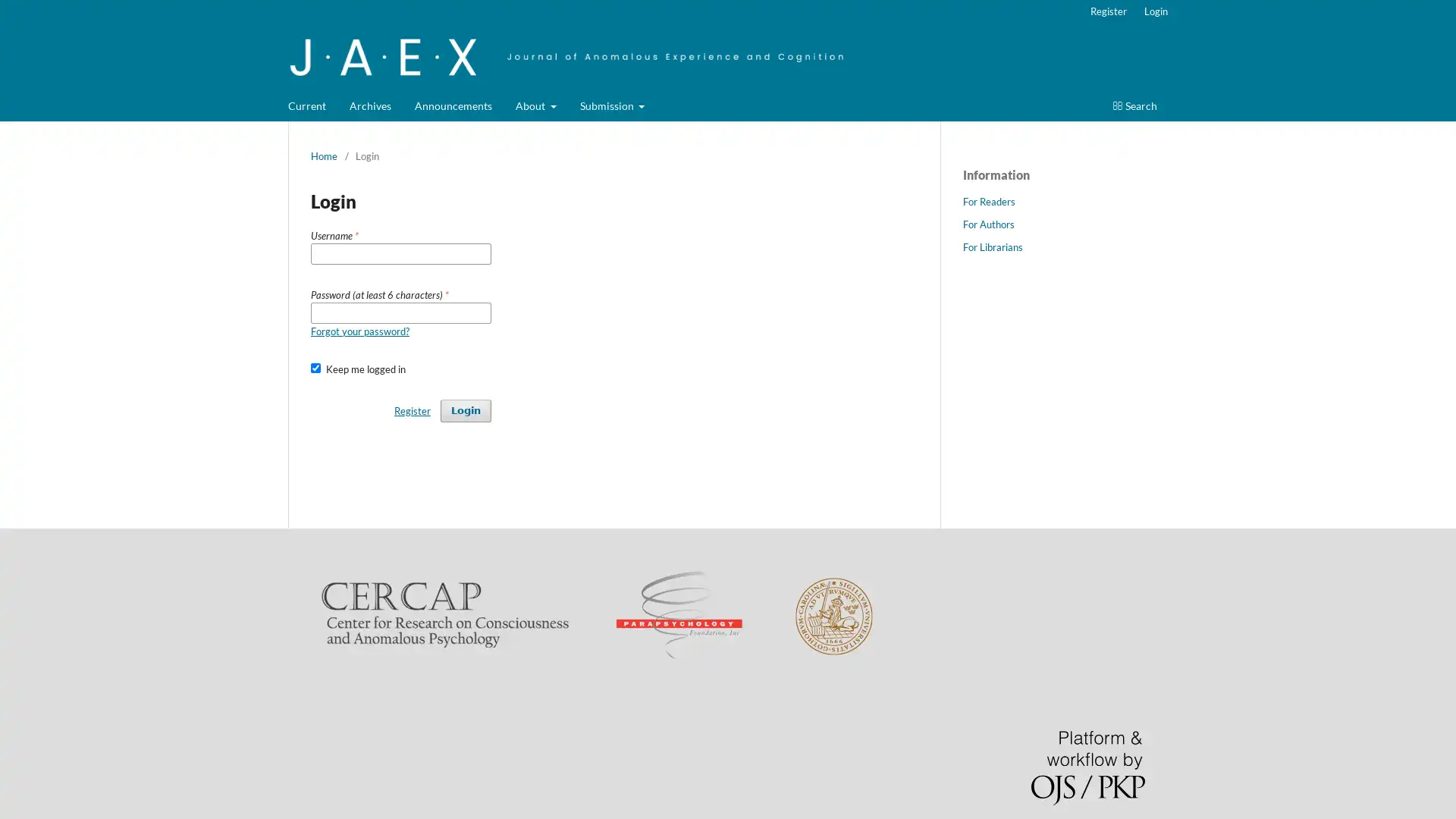 The image size is (1456, 819). What do you see at coordinates (465, 409) in the screenshot?
I see `Login` at bounding box center [465, 409].